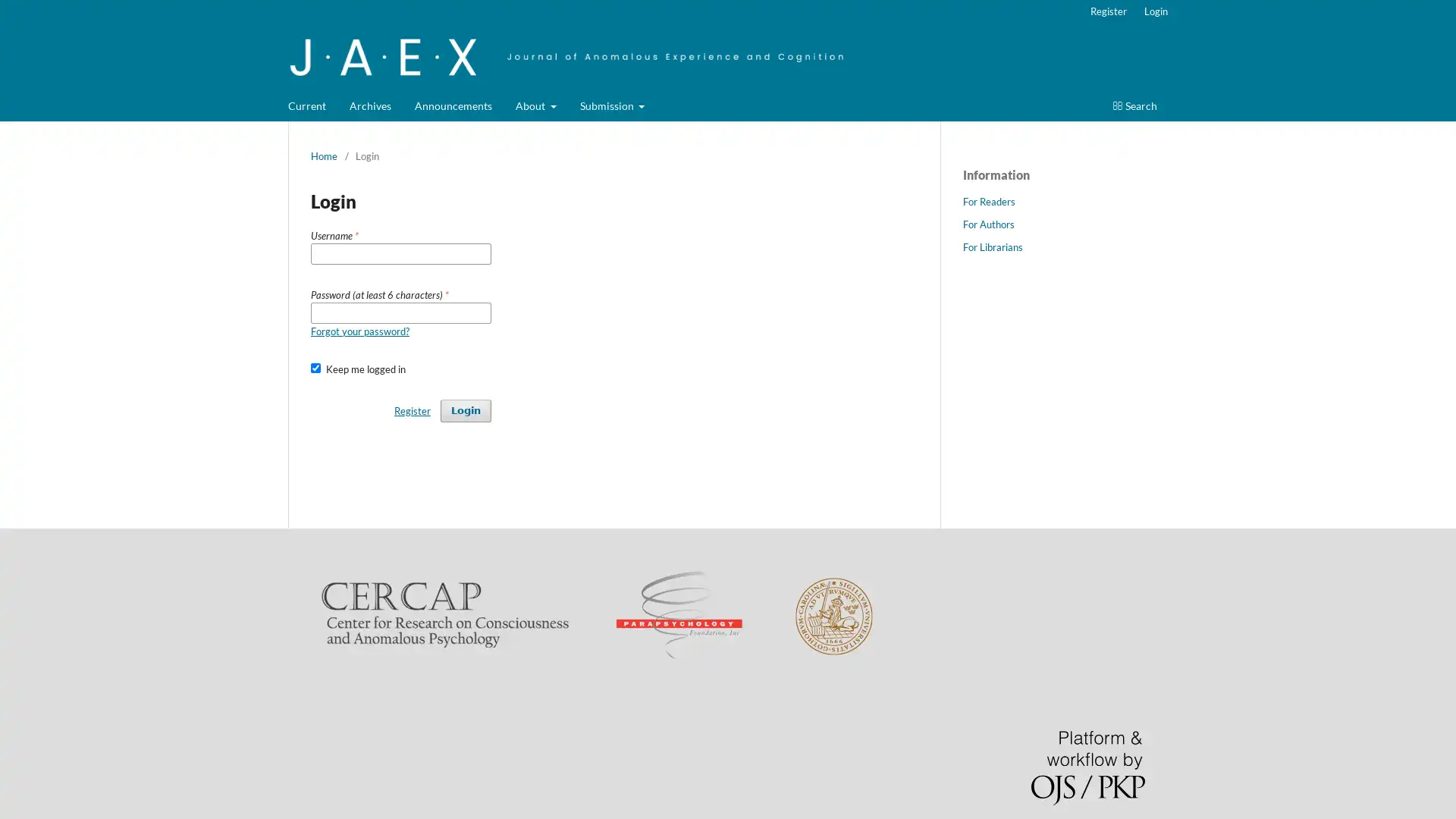 The image size is (1456, 819). What do you see at coordinates (465, 409) in the screenshot?
I see `Login` at bounding box center [465, 409].